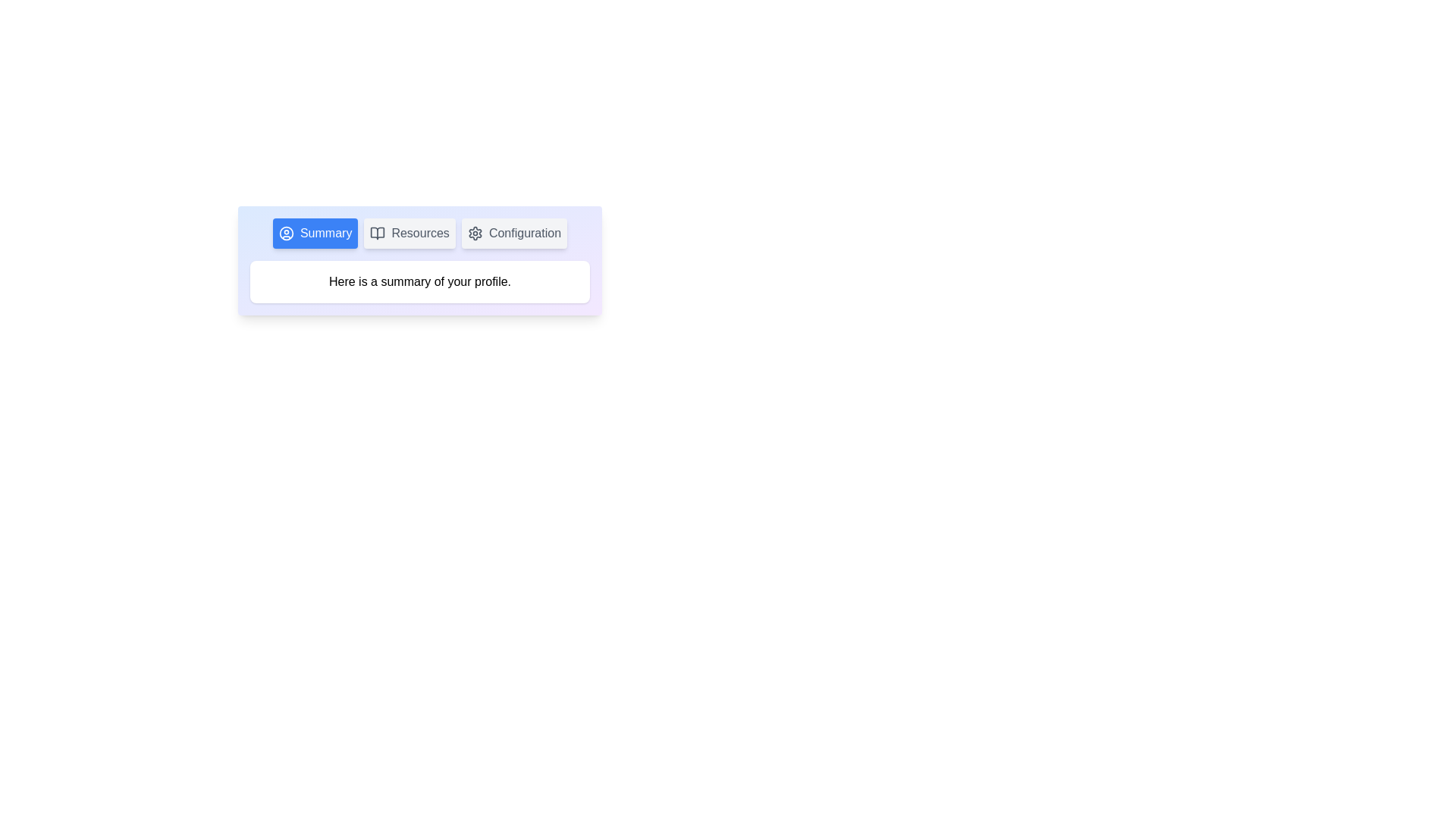  Describe the element at coordinates (513, 234) in the screenshot. I see `the Configuration tab by clicking on its button` at that location.